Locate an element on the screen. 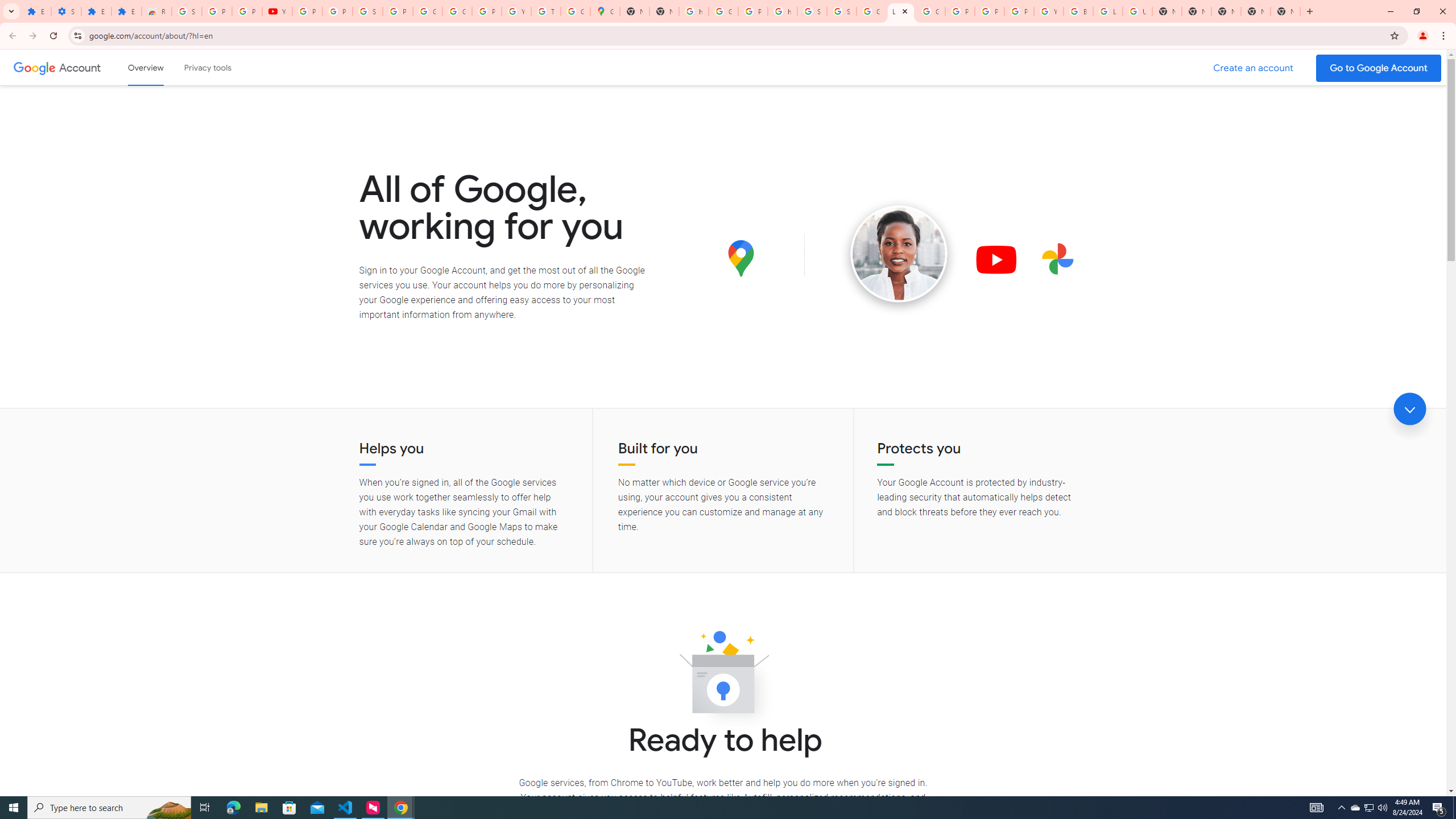 This screenshot has height=819, width=1456. 'Settings' is located at coordinates (65, 11).